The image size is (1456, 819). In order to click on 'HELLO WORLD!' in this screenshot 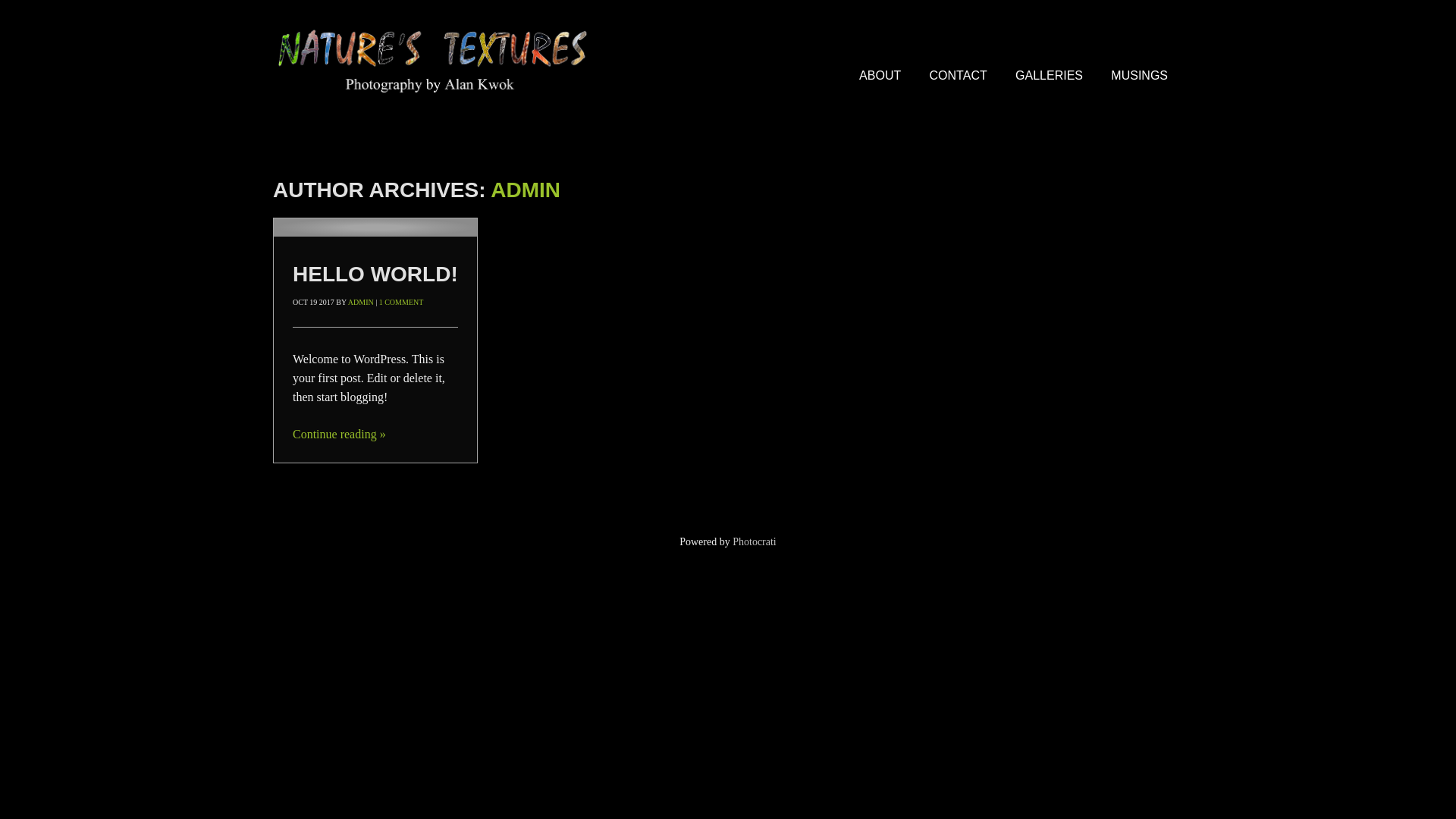, I will do `click(375, 274)`.